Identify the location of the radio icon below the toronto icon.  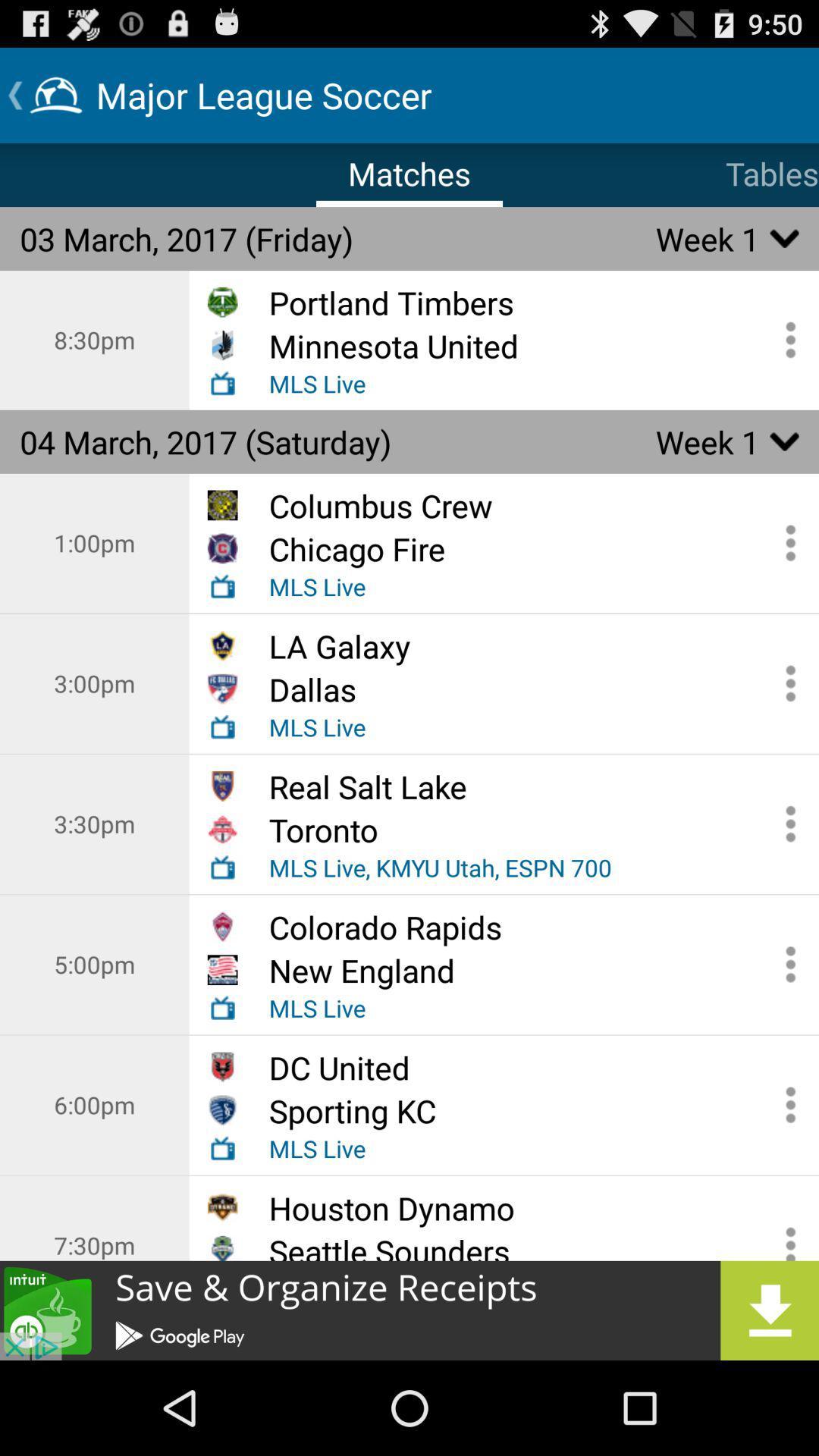
(222, 867).